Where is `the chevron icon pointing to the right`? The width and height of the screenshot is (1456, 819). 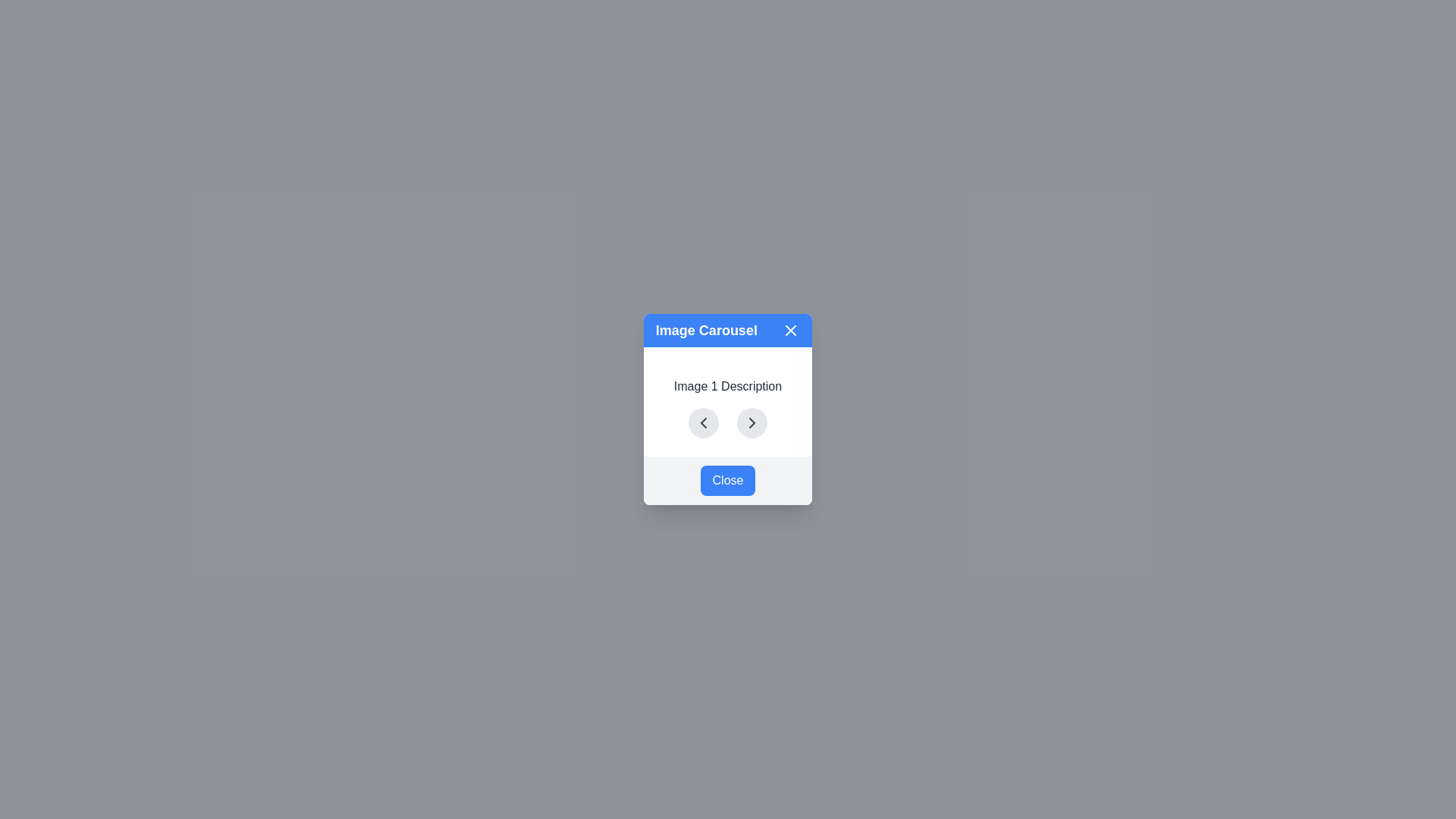
the chevron icon pointing to the right is located at coordinates (752, 423).